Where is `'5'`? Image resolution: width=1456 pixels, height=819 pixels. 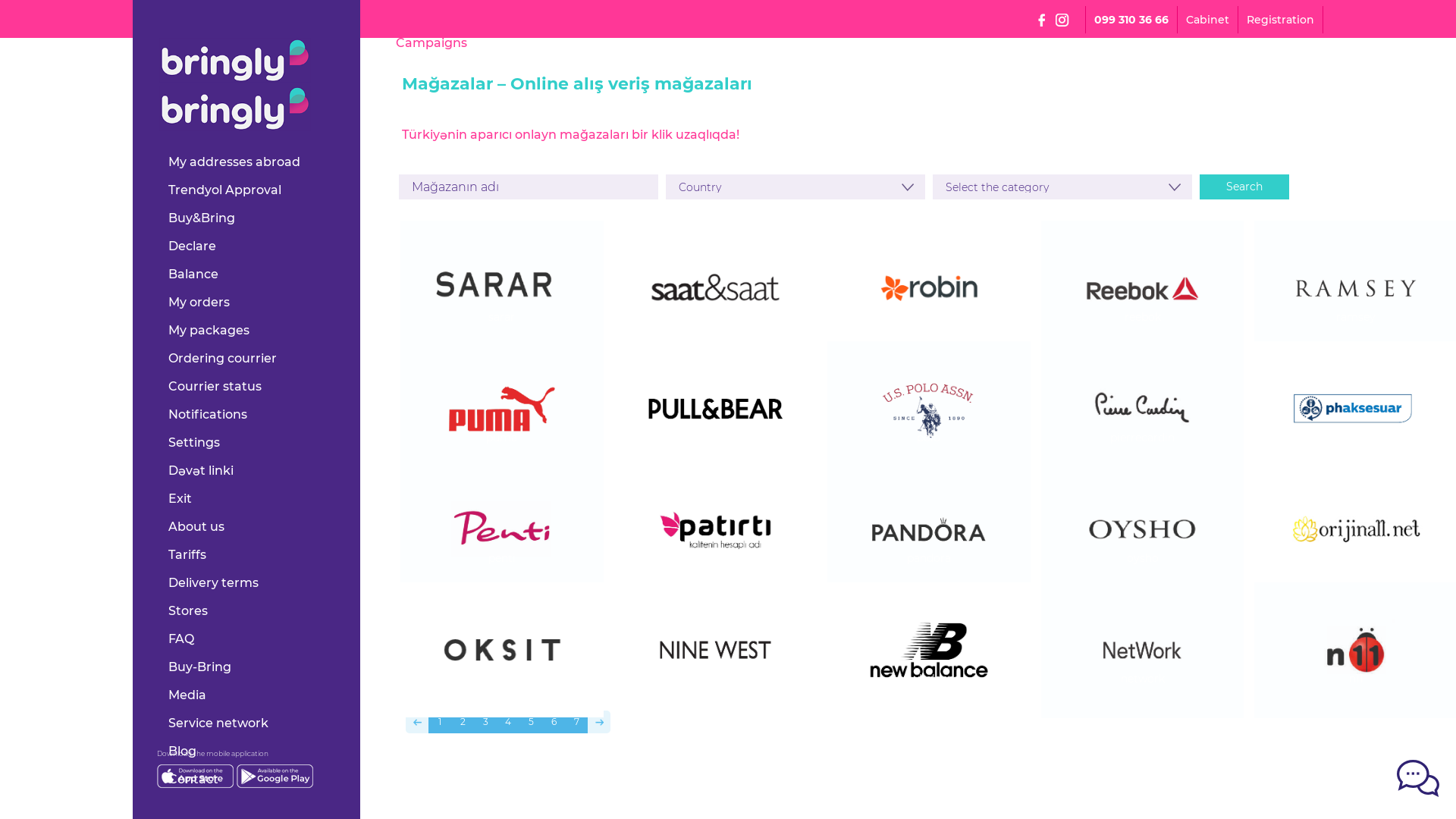
'5' is located at coordinates (531, 721).